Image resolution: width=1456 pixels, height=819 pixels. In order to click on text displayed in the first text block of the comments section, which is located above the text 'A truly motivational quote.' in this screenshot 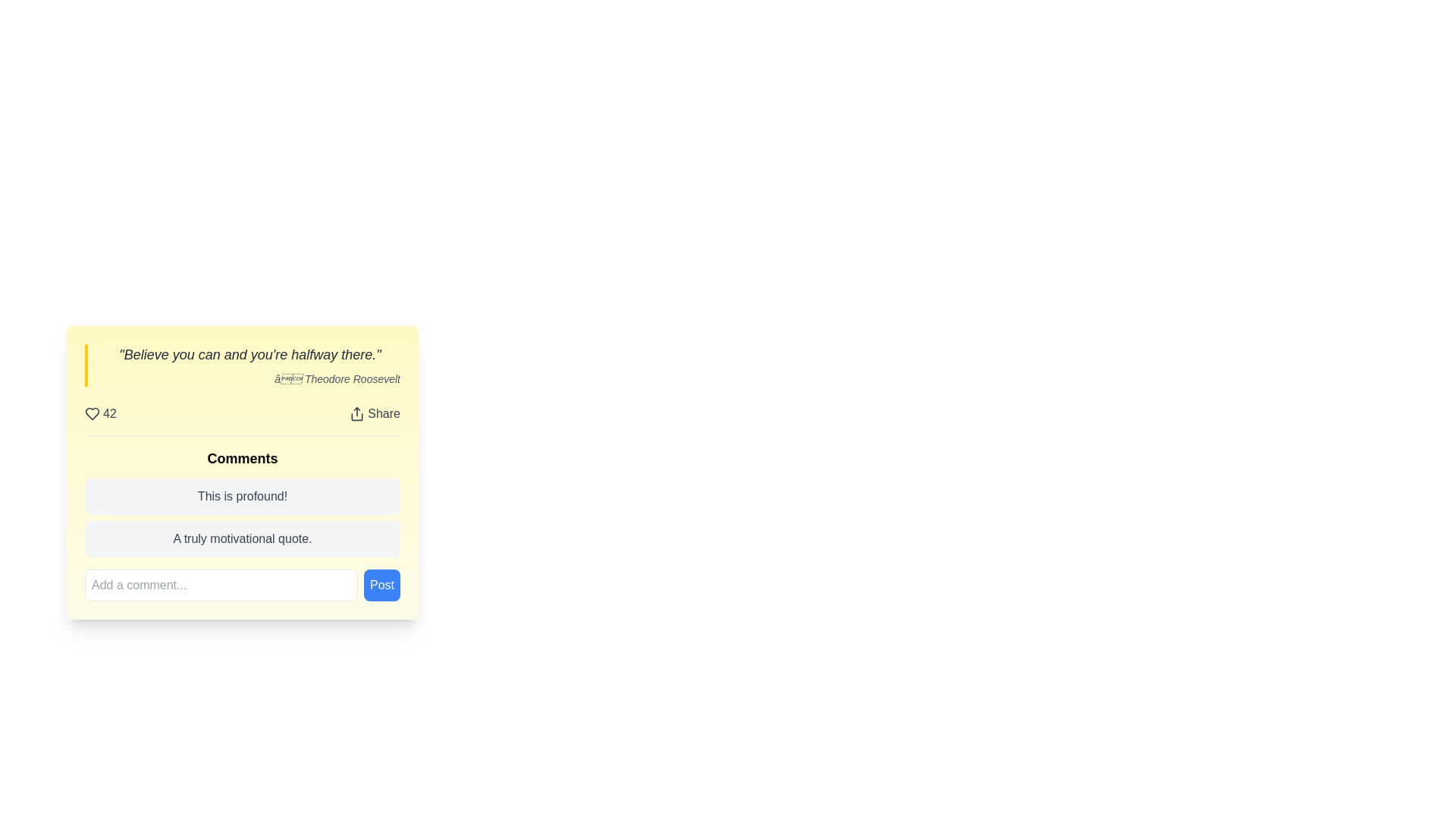, I will do `click(243, 497)`.